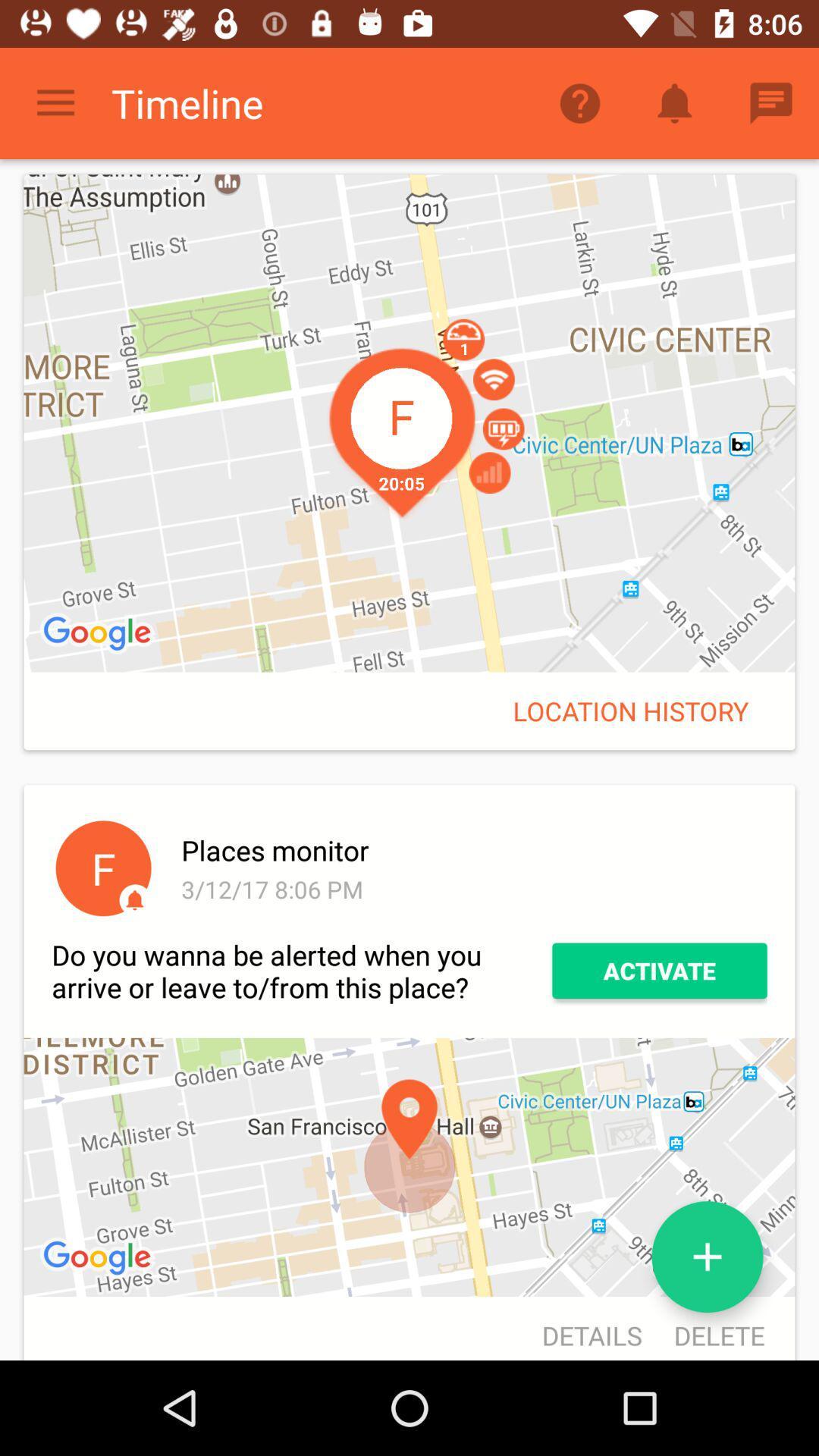  I want to click on the item above the f item, so click(99, 634).